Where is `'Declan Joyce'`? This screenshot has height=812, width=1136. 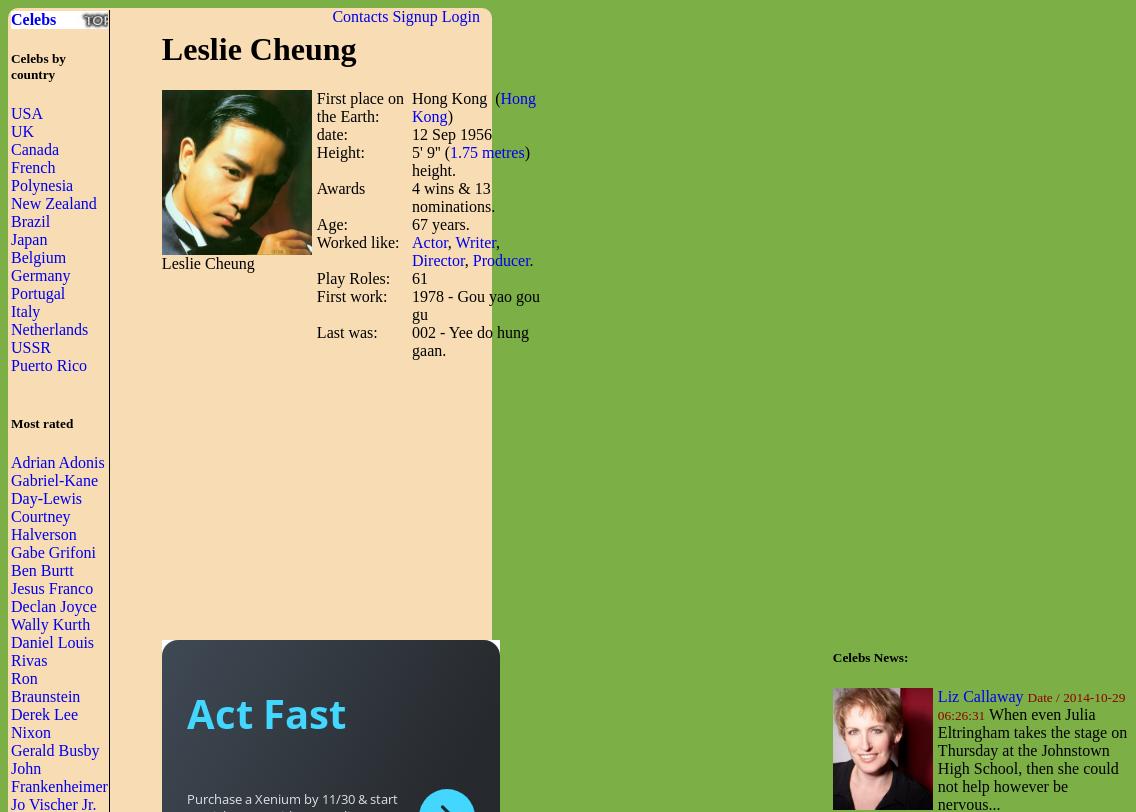 'Declan Joyce' is located at coordinates (52, 605).